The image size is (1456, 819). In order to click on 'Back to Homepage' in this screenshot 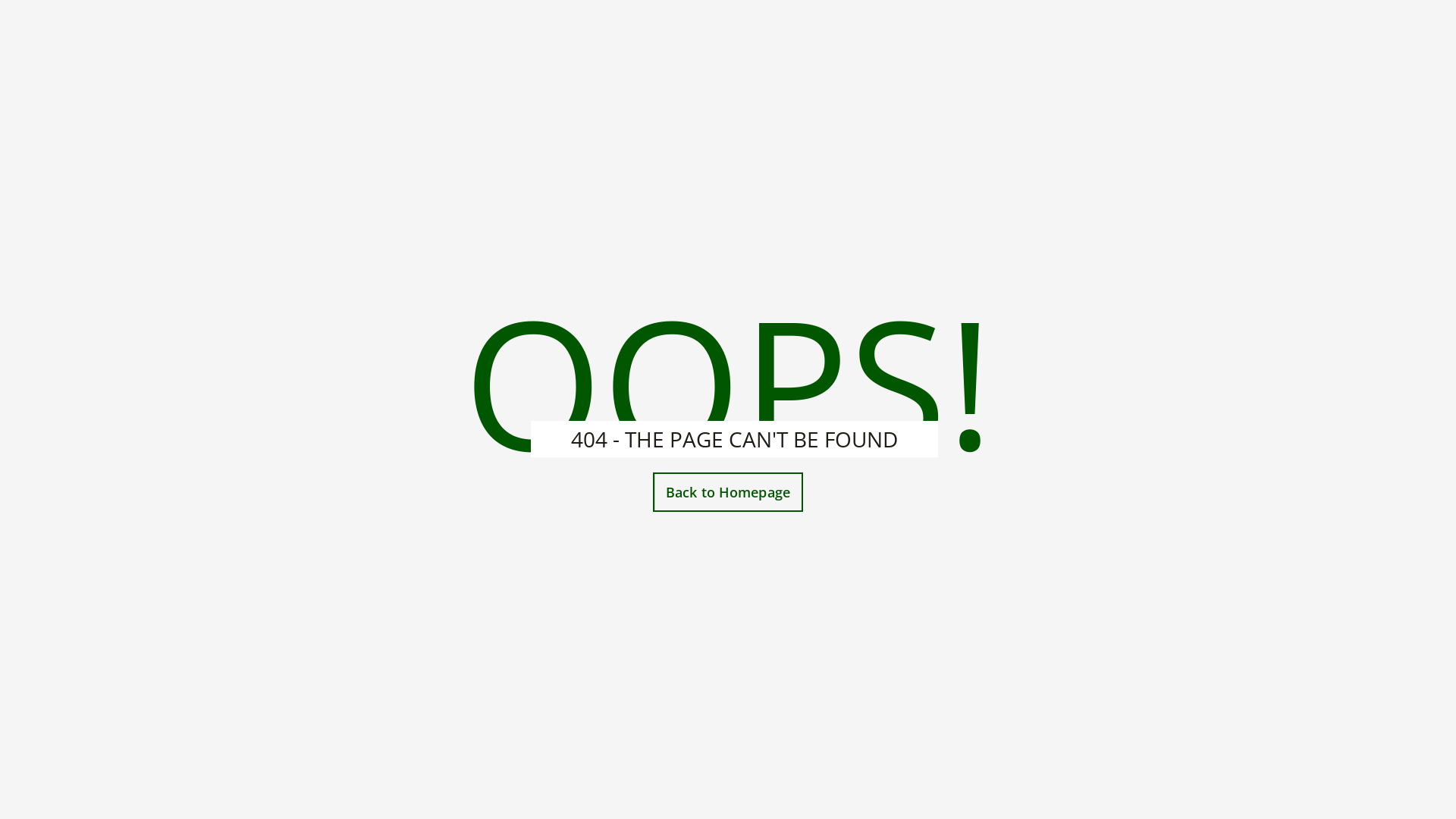, I will do `click(728, 491)`.